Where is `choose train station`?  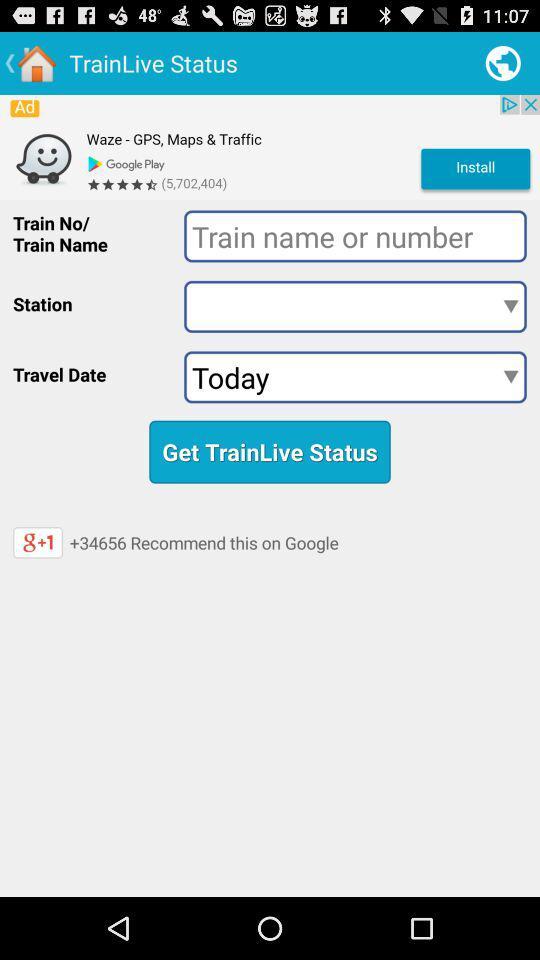
choose train station is located at coordinates (354, 306).